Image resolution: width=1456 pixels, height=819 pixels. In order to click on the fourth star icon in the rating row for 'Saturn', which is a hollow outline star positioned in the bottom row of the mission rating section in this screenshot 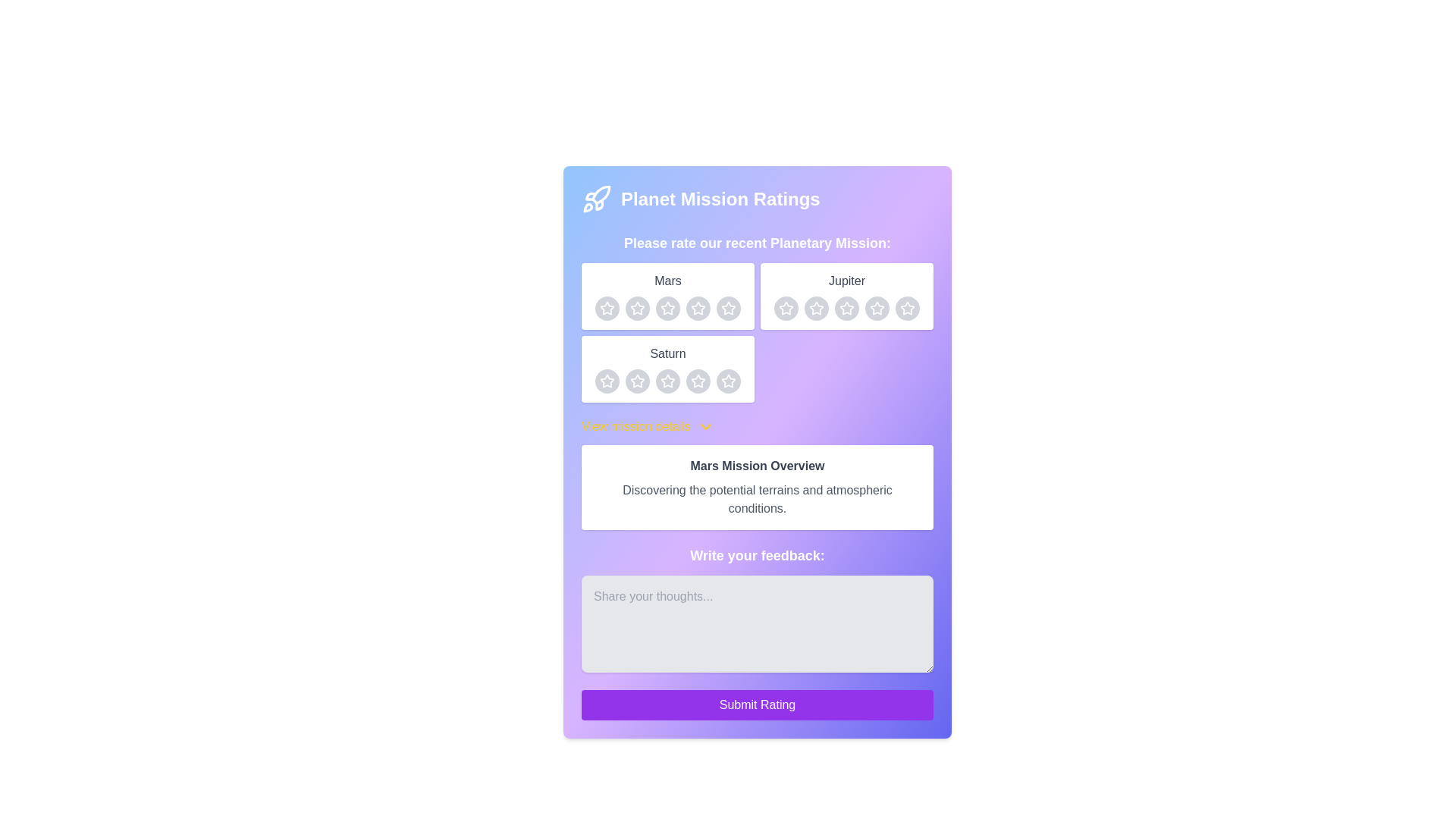, I will do `click(667, 380)`.